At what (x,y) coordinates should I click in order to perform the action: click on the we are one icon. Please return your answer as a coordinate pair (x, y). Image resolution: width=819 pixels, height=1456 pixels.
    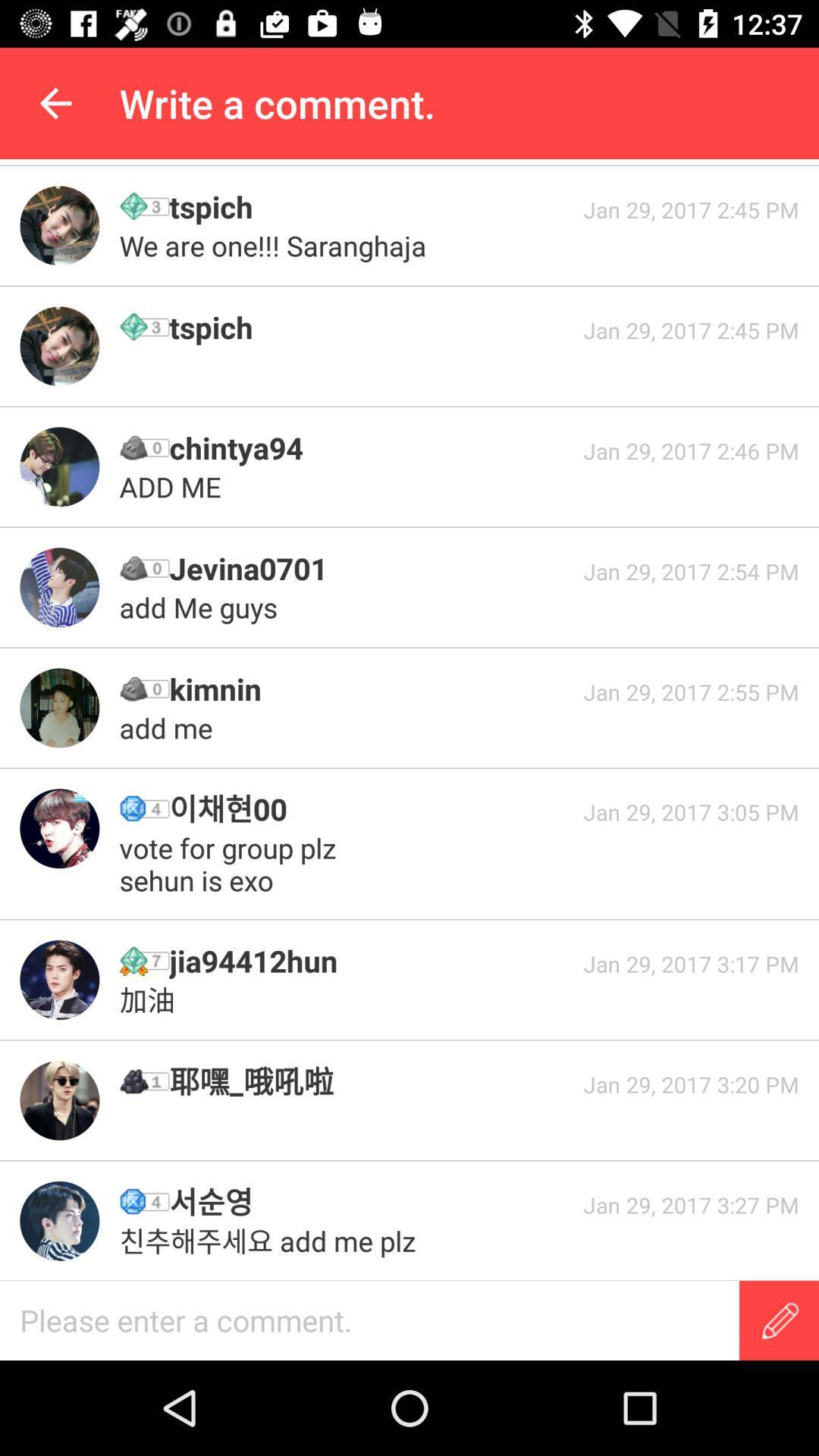
    Looking at the image, I should click on (276, 246).